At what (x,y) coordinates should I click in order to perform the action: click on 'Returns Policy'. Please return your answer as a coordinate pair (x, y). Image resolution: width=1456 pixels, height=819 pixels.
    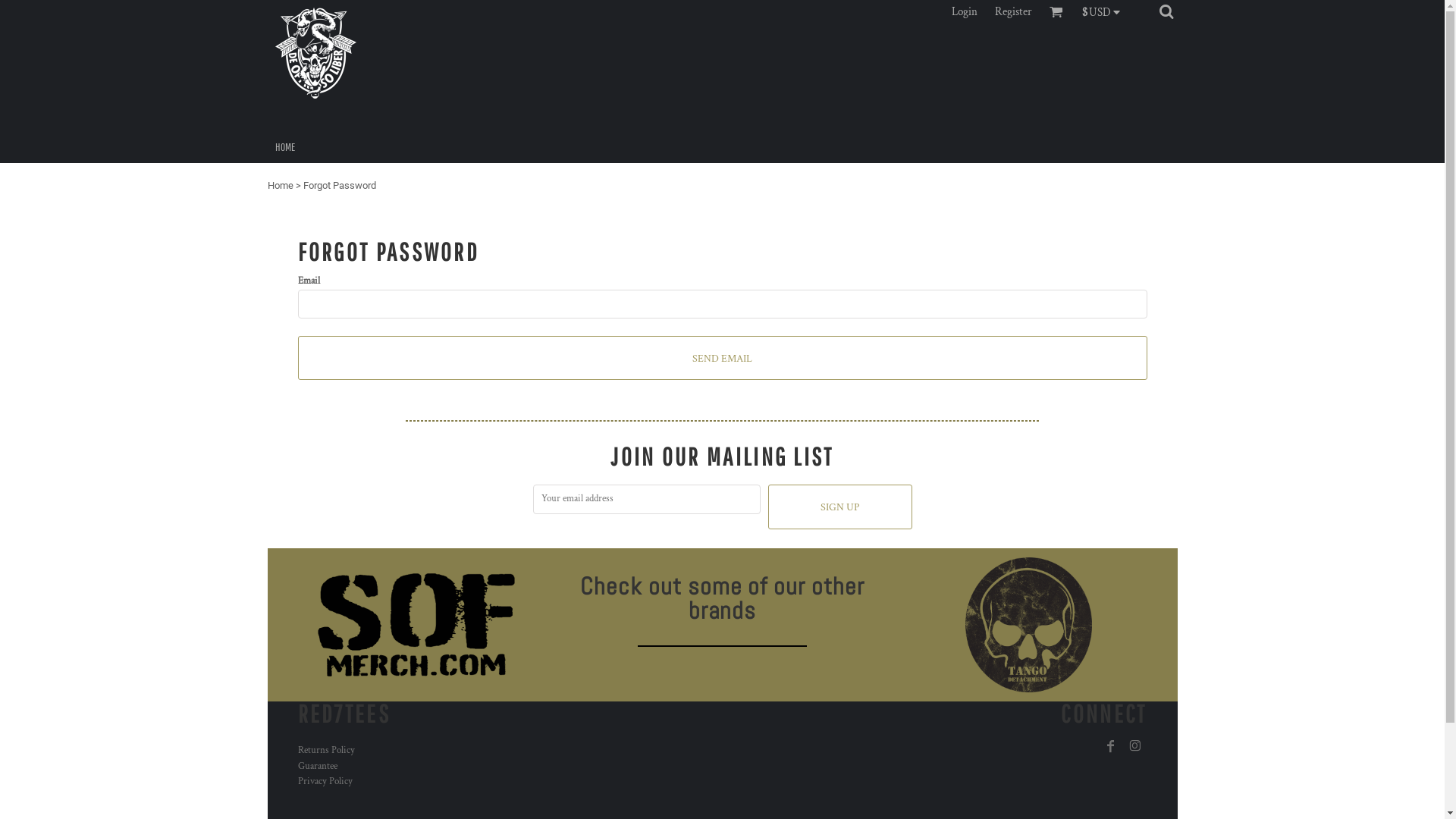
    Looking at the image, I should click on (325, 749).